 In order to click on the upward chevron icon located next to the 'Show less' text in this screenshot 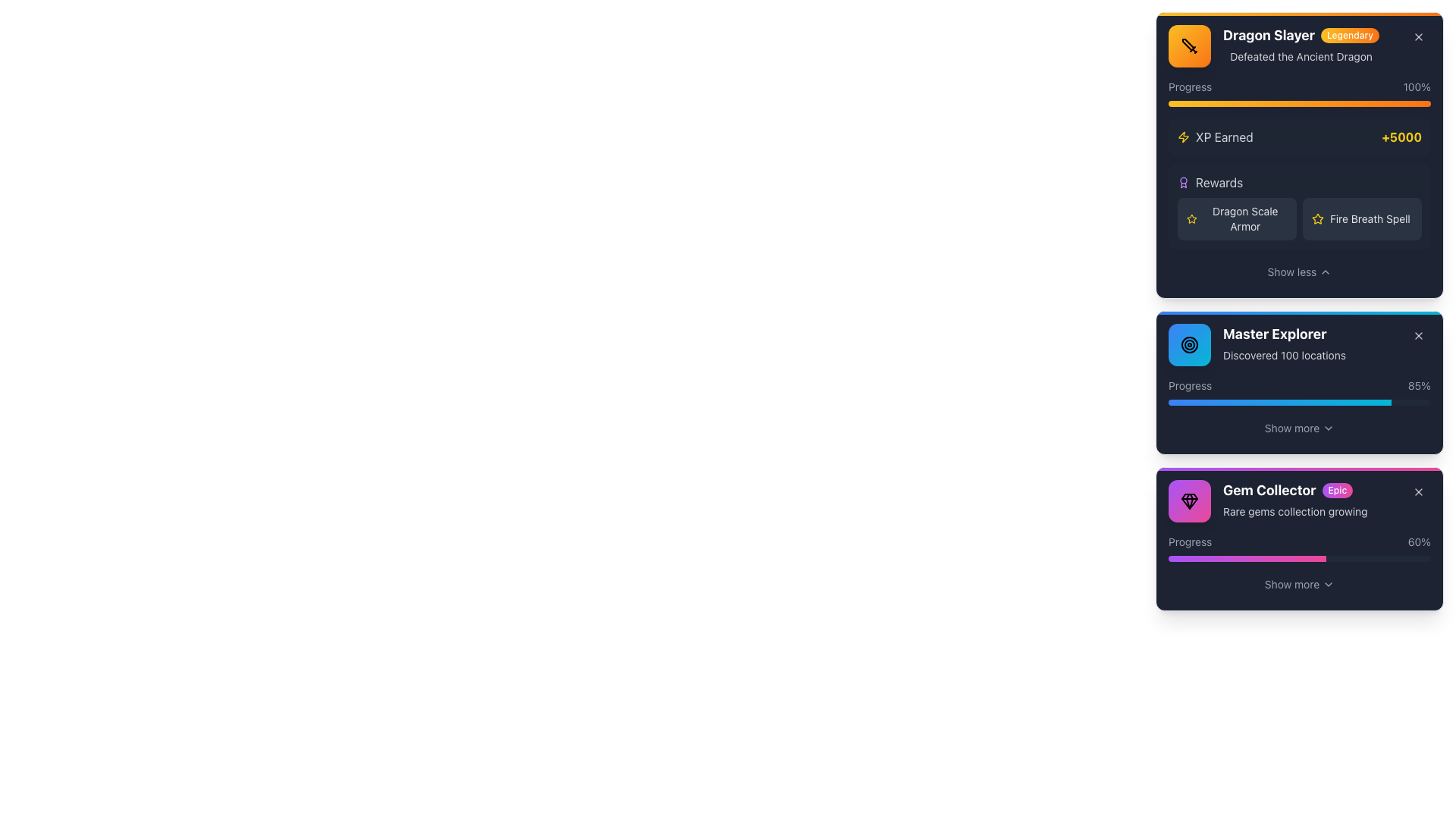, I will do `click(1325, 271)`.